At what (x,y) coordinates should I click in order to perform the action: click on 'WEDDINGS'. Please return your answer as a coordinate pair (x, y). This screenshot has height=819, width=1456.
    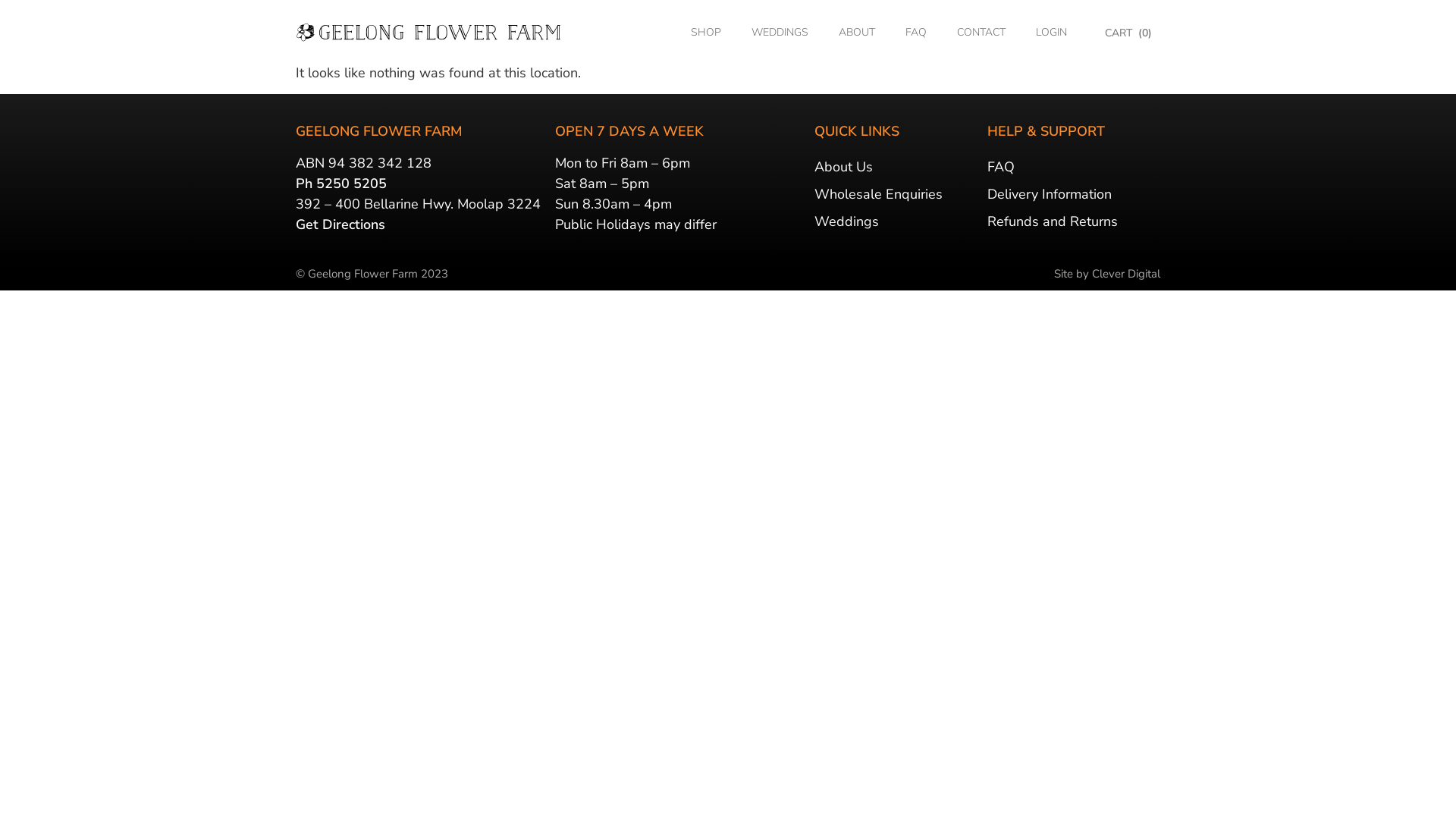
    Looking at the image, I should click on (780, 32).